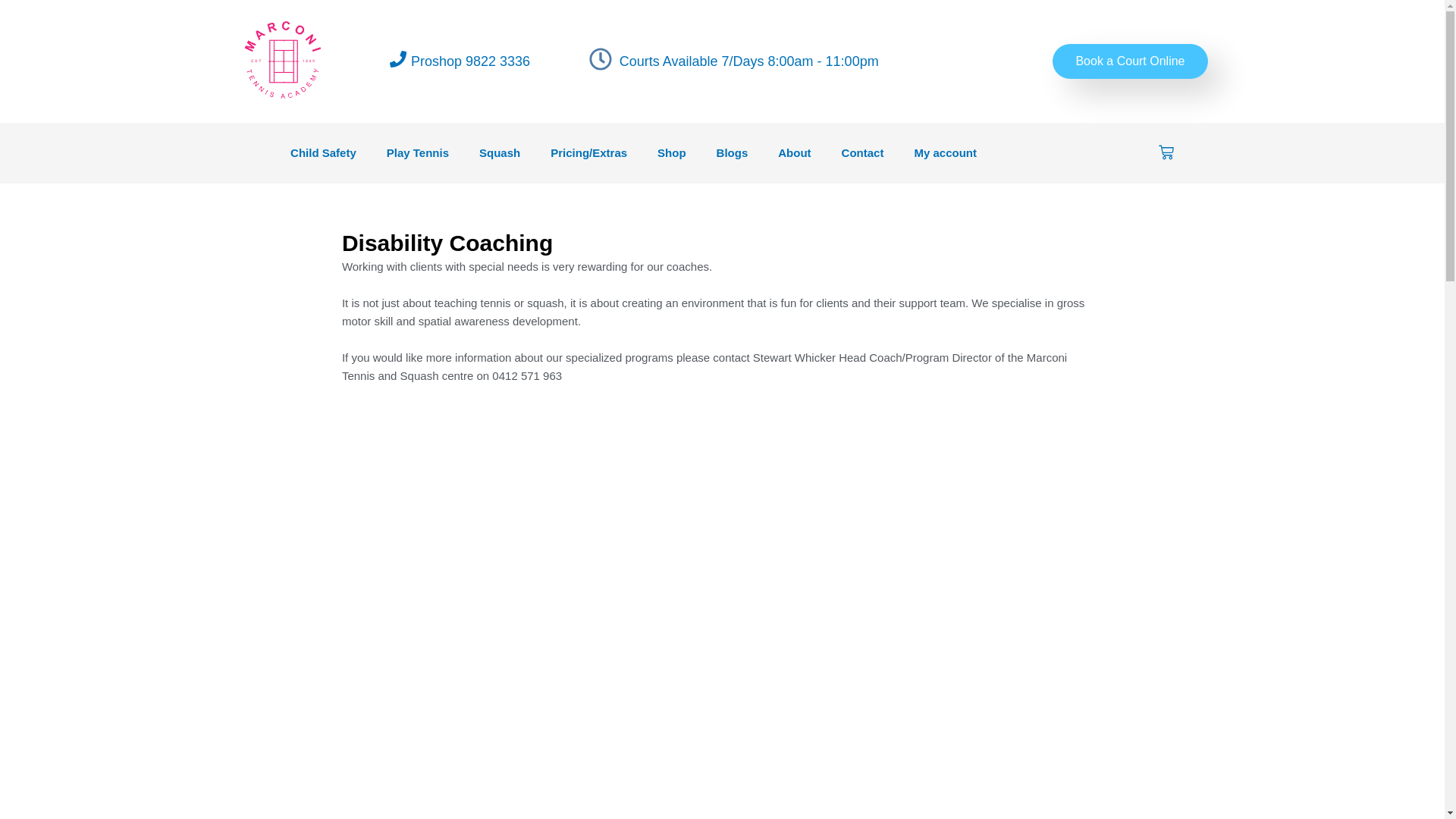  What do you see at coordinates (862, 152) in the screenshot?
I see `'Contact'` at bounding box center [862, 152].